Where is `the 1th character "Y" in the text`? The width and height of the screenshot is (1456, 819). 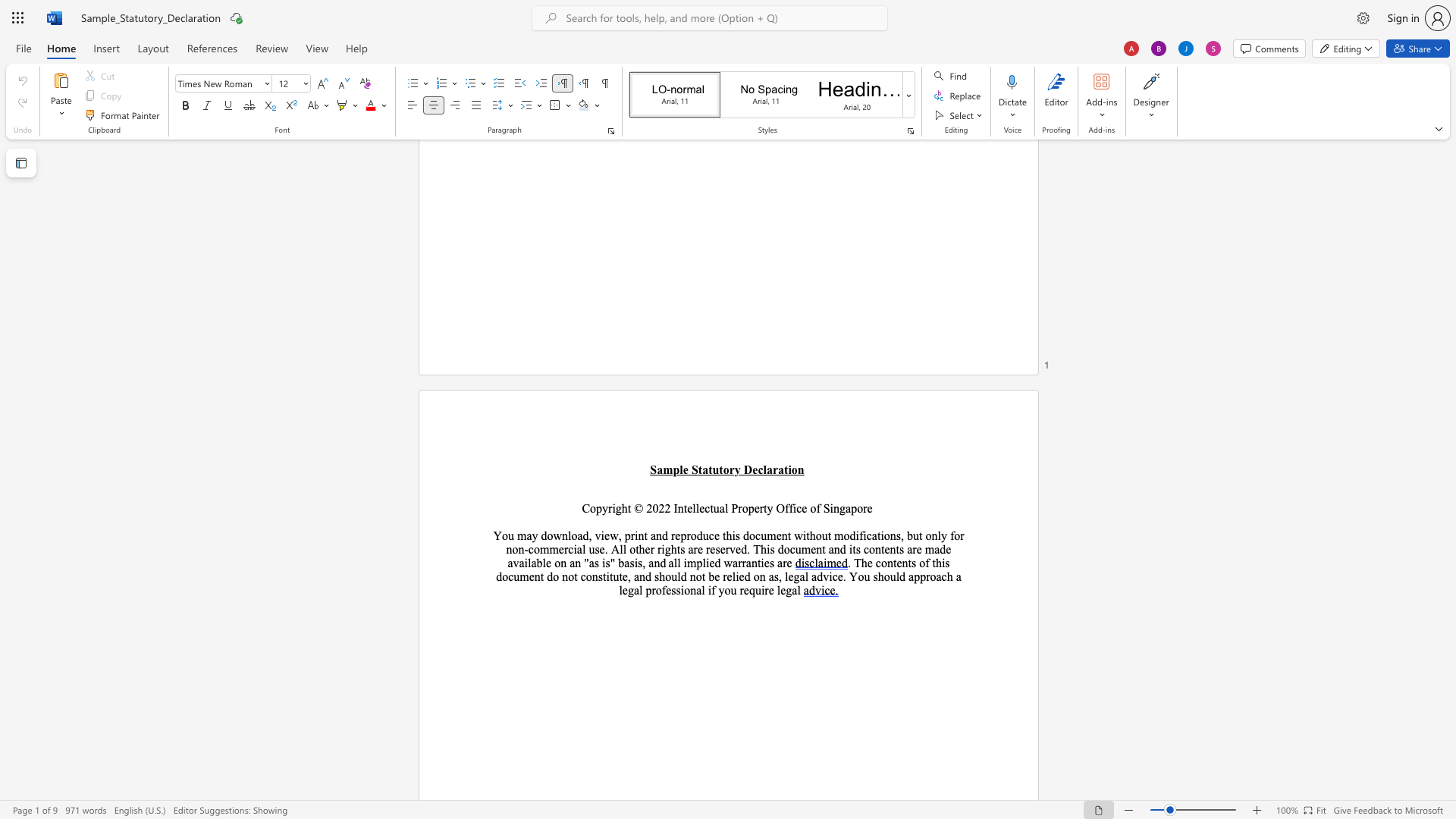
the 1th character "Y" in the text is located at coordinates (853, 576).